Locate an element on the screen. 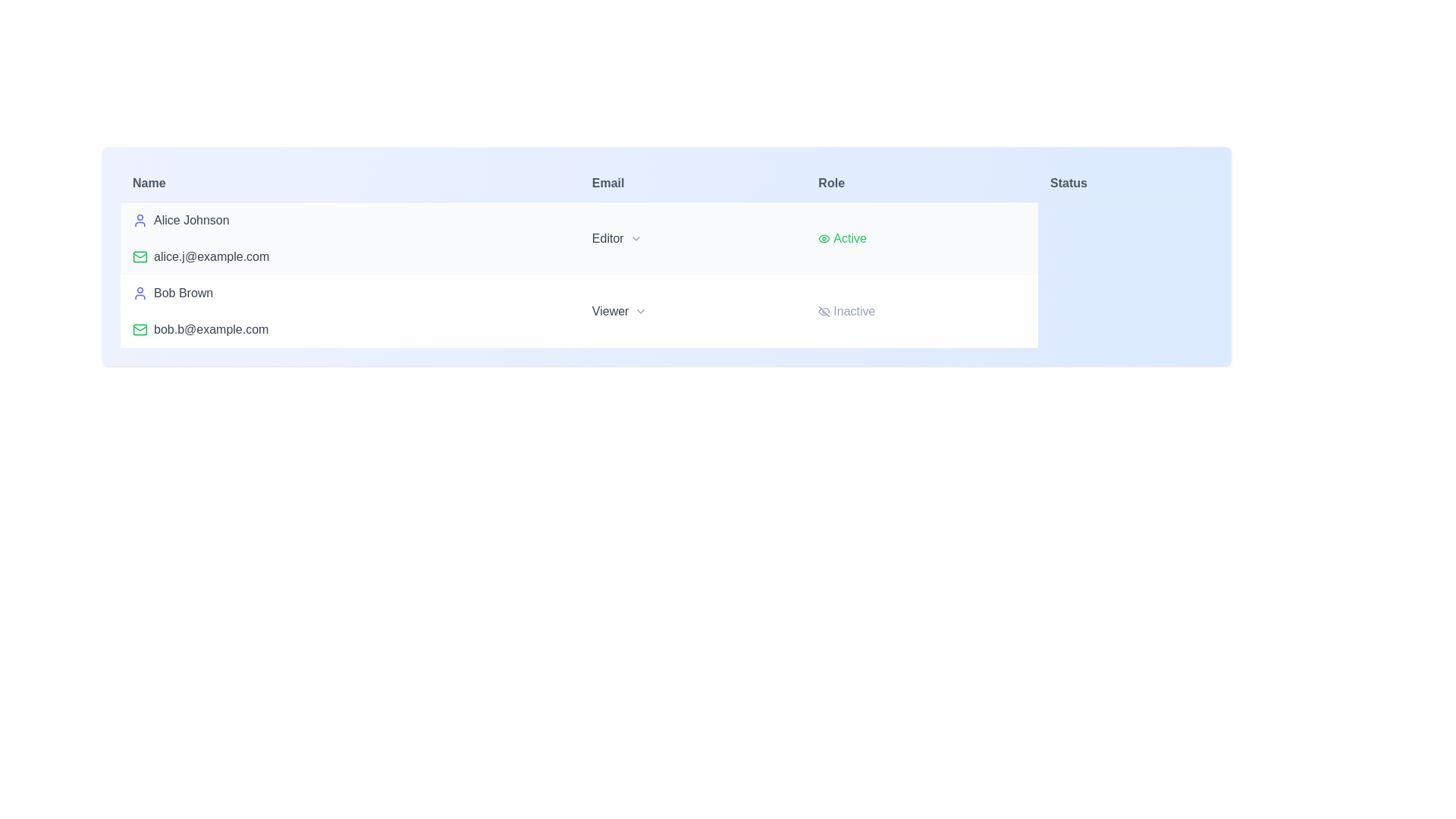 Image resolution: width=1456 pixels, height=819 pixels. the eye-shaped icon's outline, which is located under the 'Role' column, near the green 'Active' text is located at coordinates (824, 239).